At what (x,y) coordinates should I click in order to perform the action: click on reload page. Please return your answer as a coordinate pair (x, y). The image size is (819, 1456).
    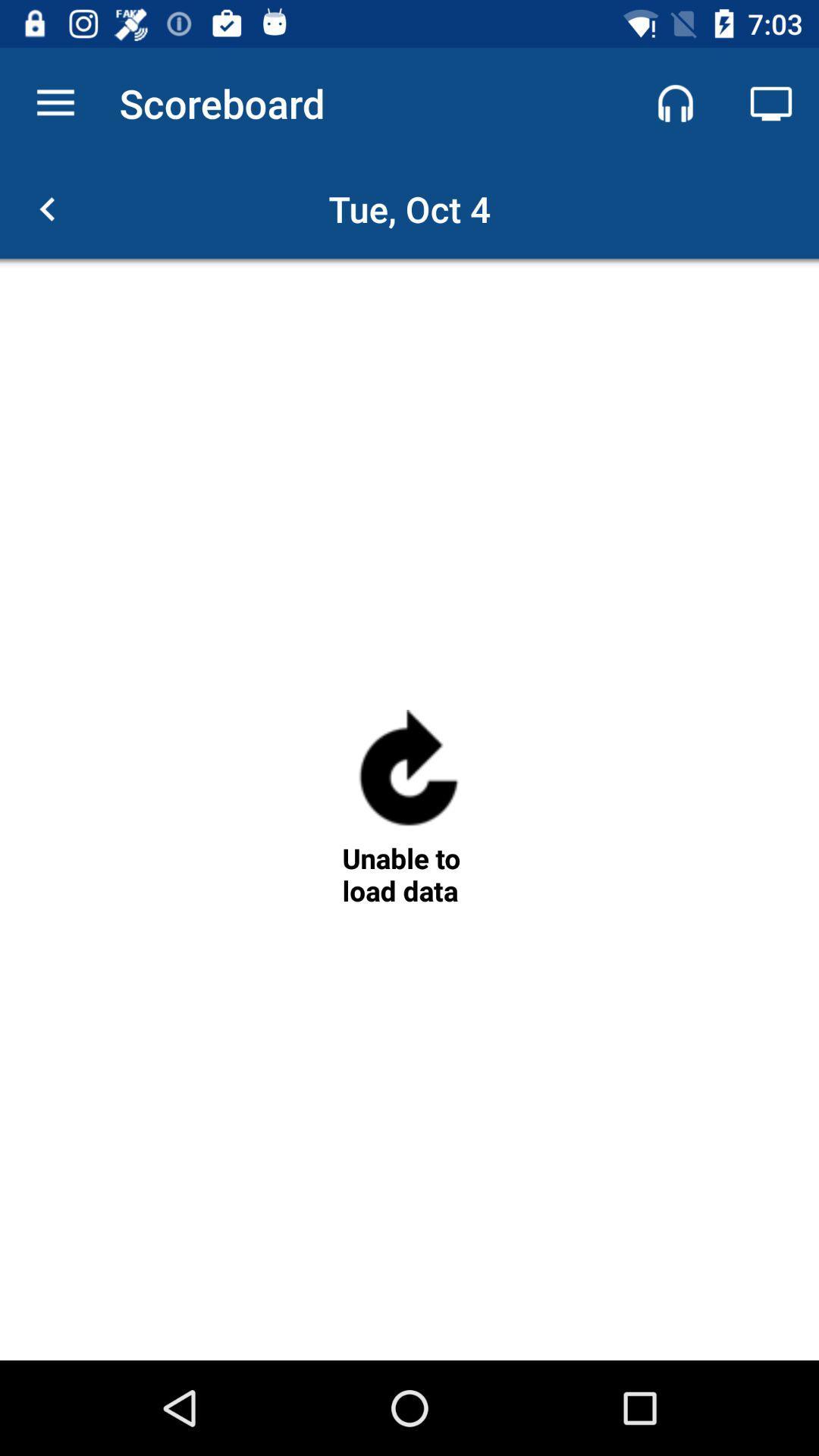
    Looking at the image, I should click on (408, 774).